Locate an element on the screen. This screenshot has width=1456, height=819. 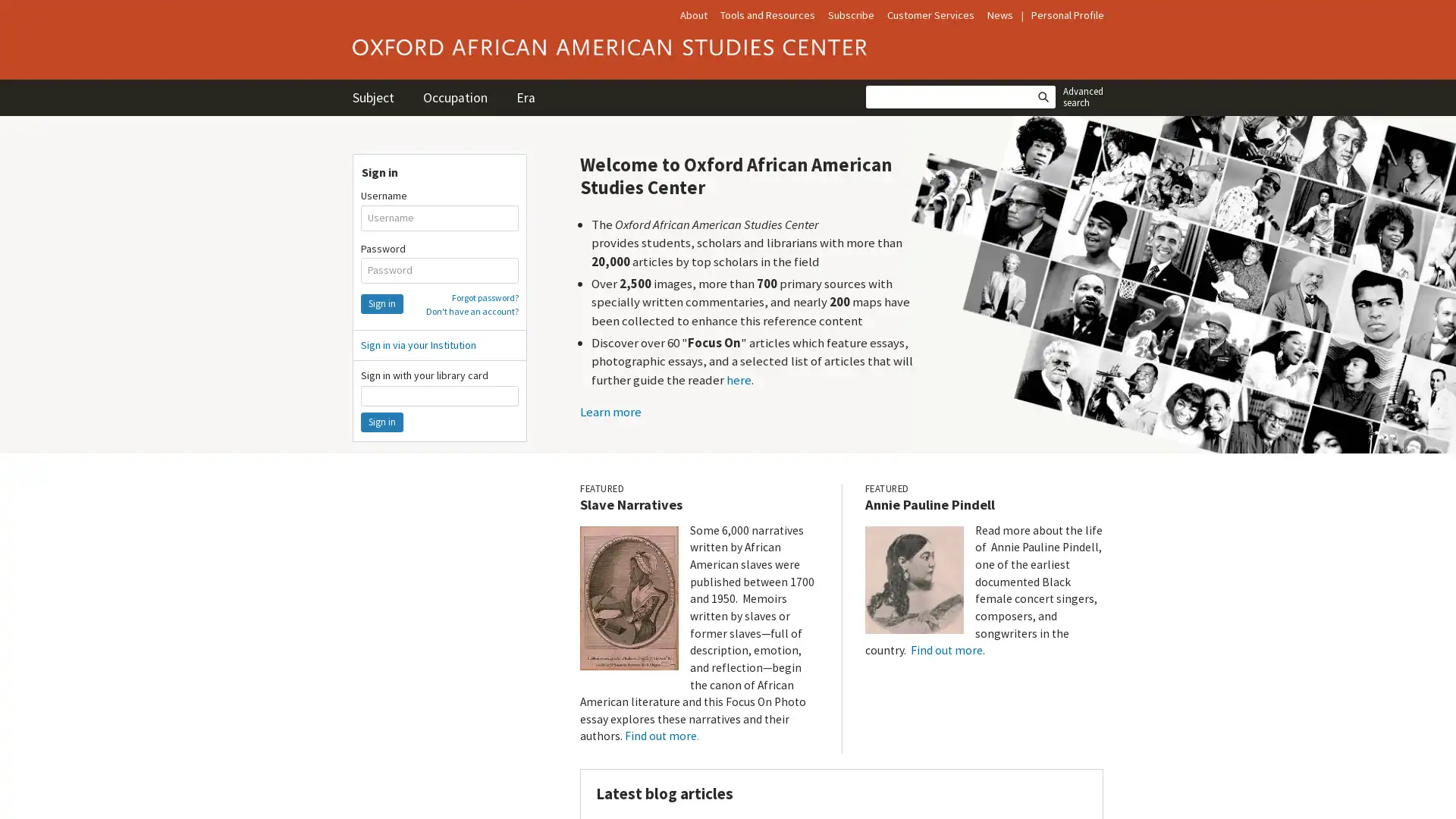
Sign in is located at coordinates (382, 304).